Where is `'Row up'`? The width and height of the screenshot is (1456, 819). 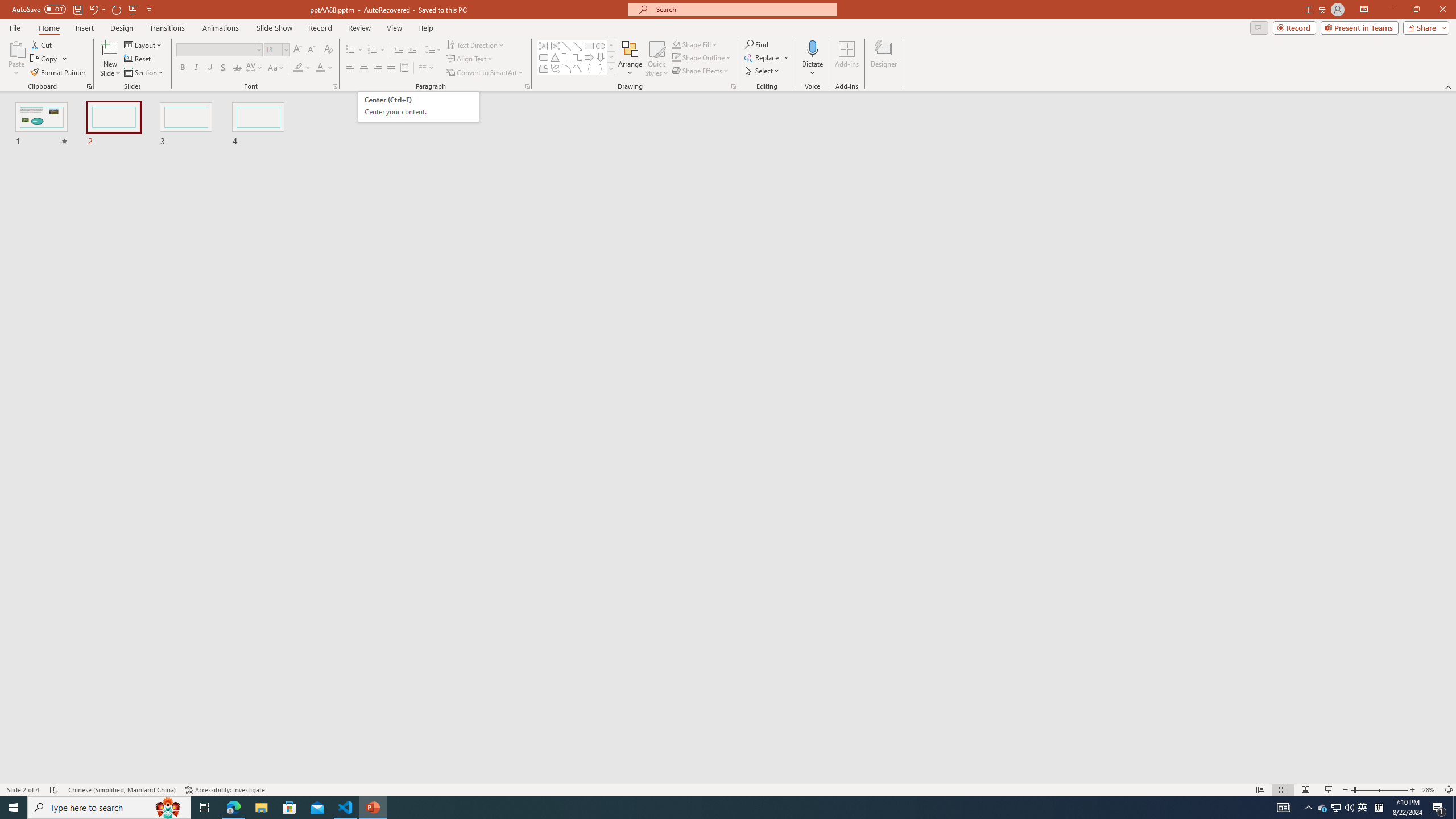
'Row up' is located at coordinates (543, 45).